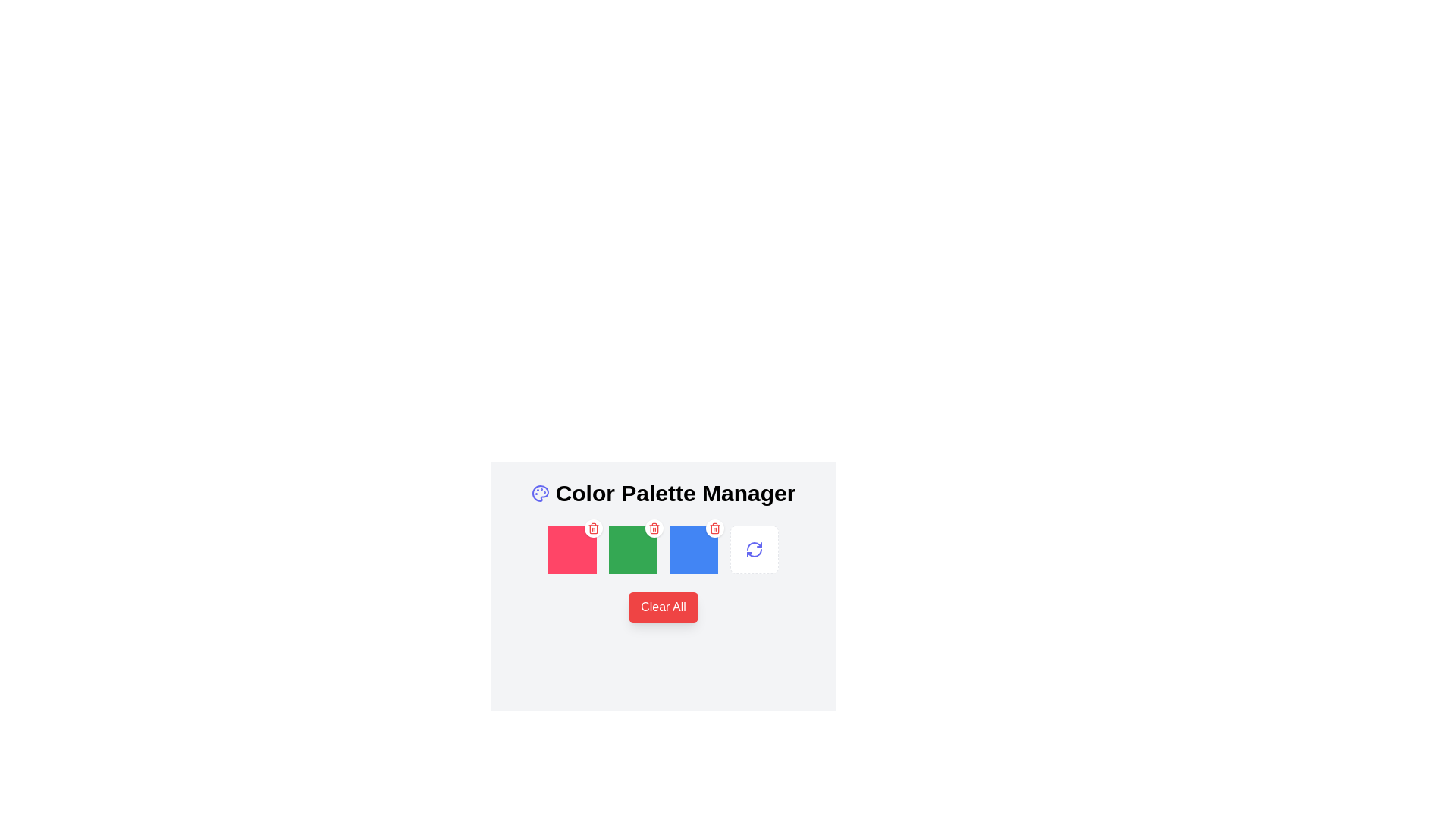 The height and width of the screenshot is (819, 1456). I want to click on the blue circular arrow refresh icon located in the fourth position under the 'Color Palette Manager' title, so click(754, 550).